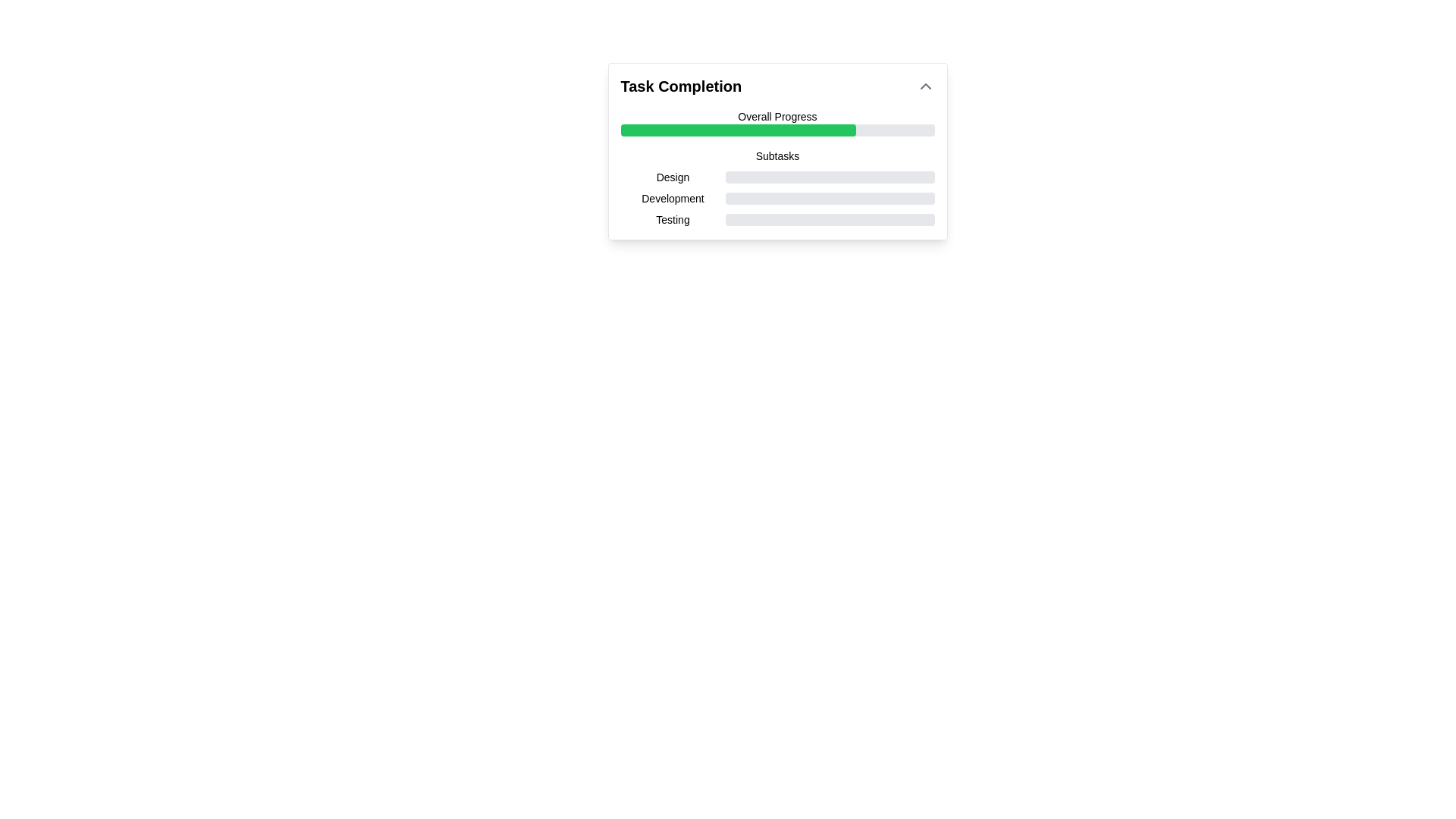 This screenshot has height=819, width=1456. What do you see at coordinates (672, 198) in the screenshot?
I see `the text label representing the subtask named 'Development' in the task tracking user interface, which is located under the 'Subtasks' section` at bounding box center [672, 198].